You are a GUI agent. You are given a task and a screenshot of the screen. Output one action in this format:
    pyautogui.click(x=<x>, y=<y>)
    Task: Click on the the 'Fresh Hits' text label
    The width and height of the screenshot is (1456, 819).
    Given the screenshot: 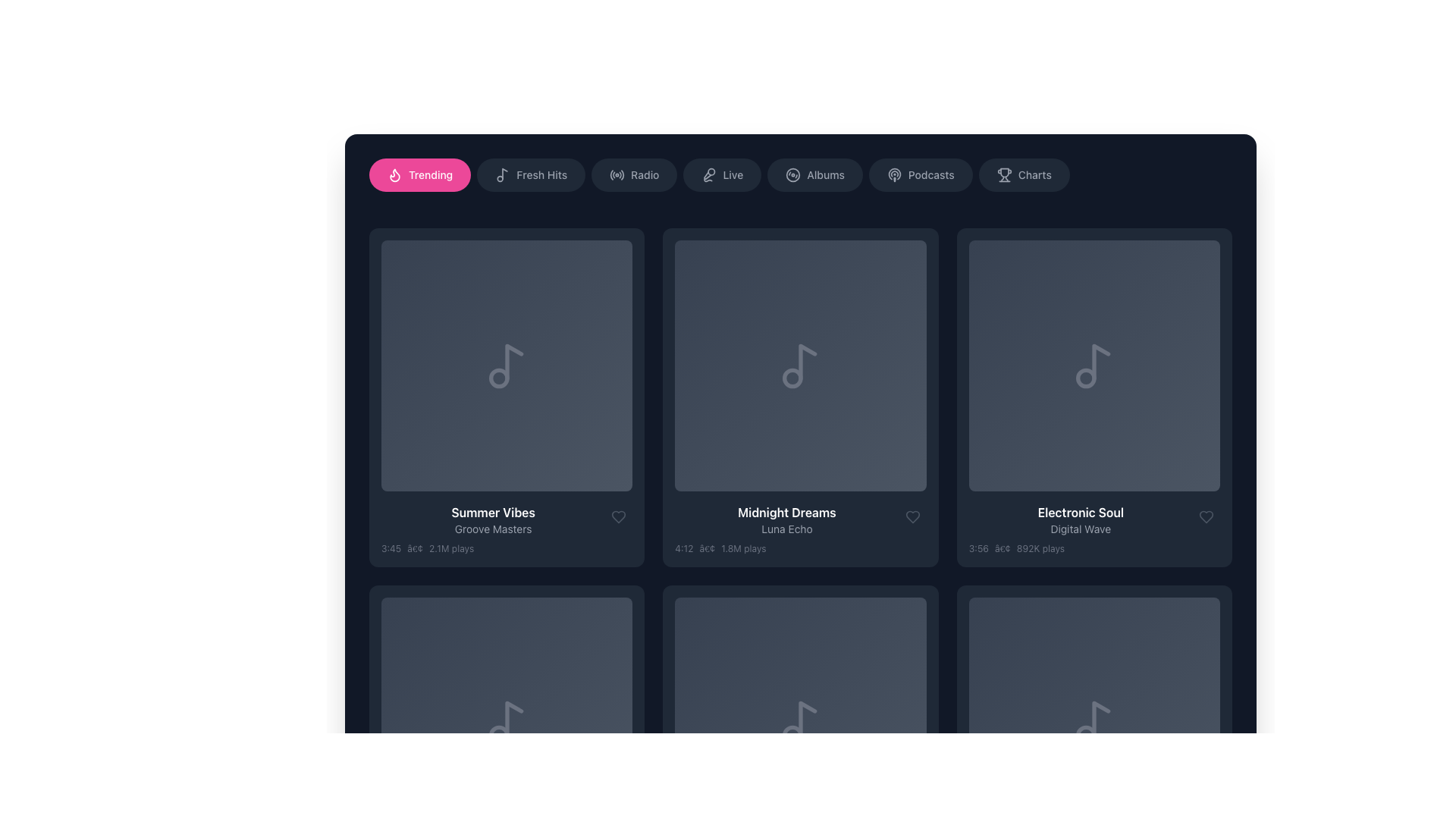 What is the action you would take?
    pyautogui.click(x=541, y=174)
    